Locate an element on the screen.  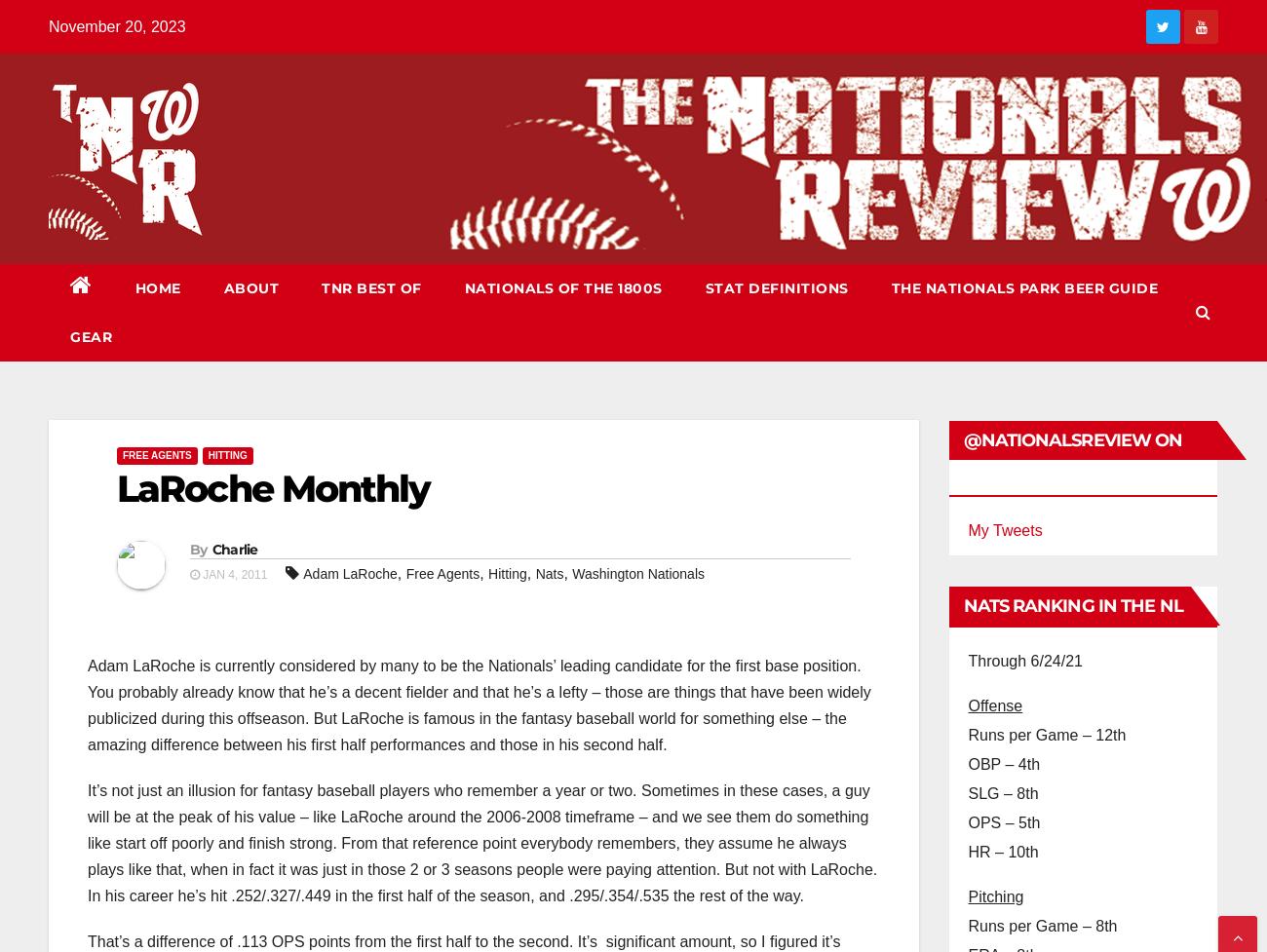
'@NationalsReview on Twitter' is located at coordinates (1071, 459).